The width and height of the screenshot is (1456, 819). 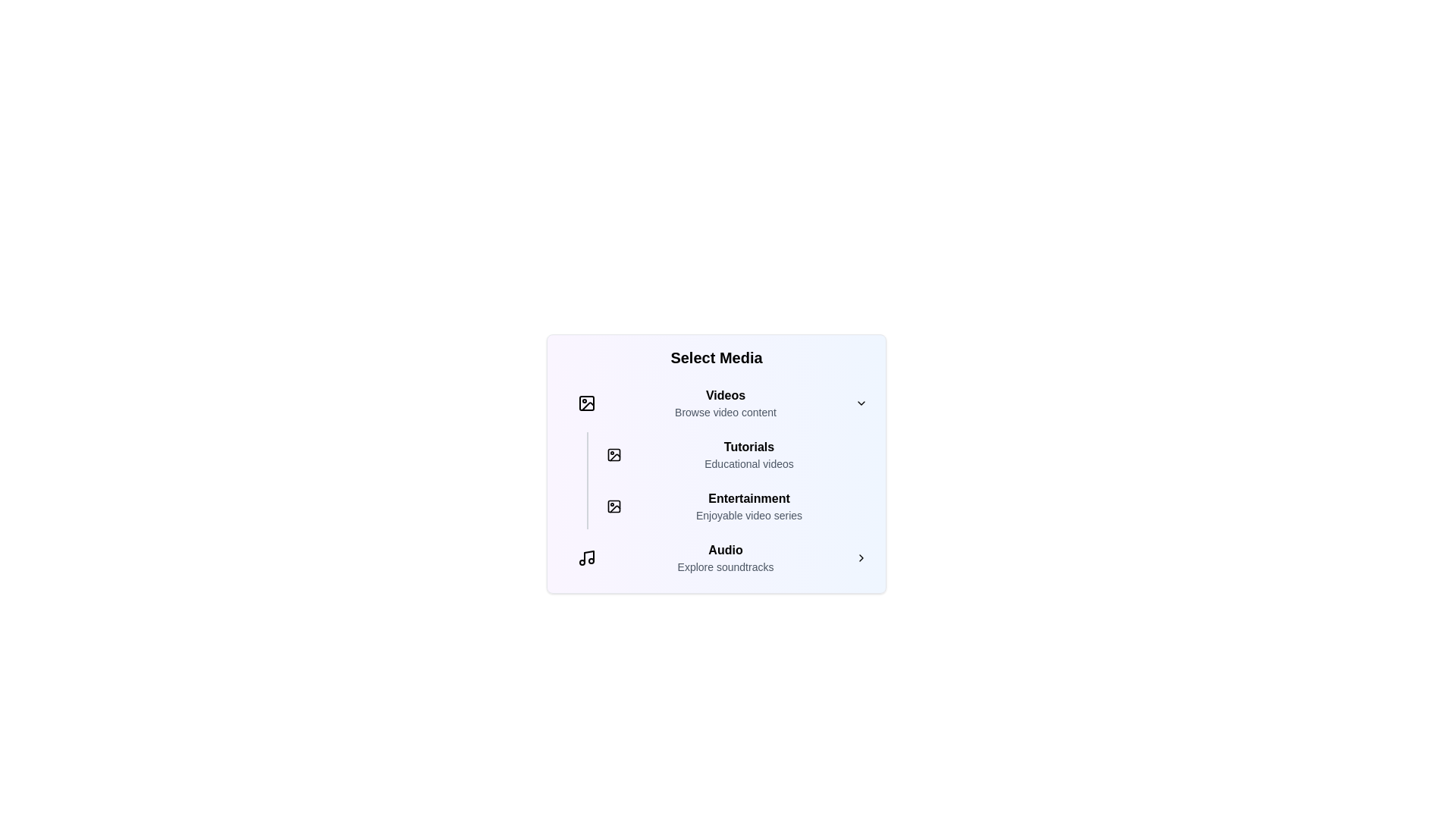 What do you see at coordinates (724, 394) in the screenshot?
I see `the bold text label 'Videos' located at the top of its section, which is styled with a large font and centered above a subtitle` at bounding box center [724, 394].